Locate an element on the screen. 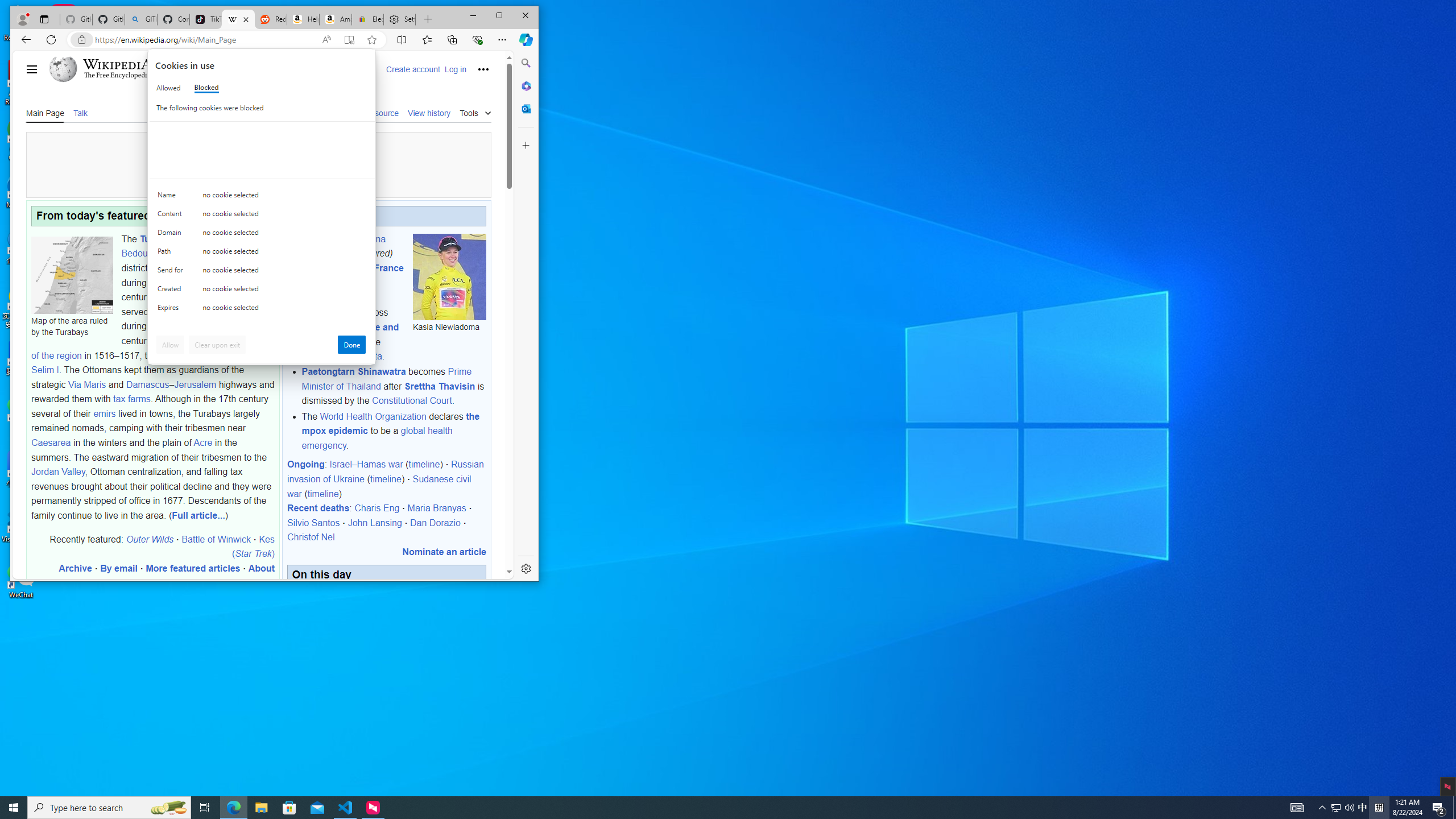 The width and height of the screenshot is (1456, 819). 'Content' is located at coordinates (172, 197).